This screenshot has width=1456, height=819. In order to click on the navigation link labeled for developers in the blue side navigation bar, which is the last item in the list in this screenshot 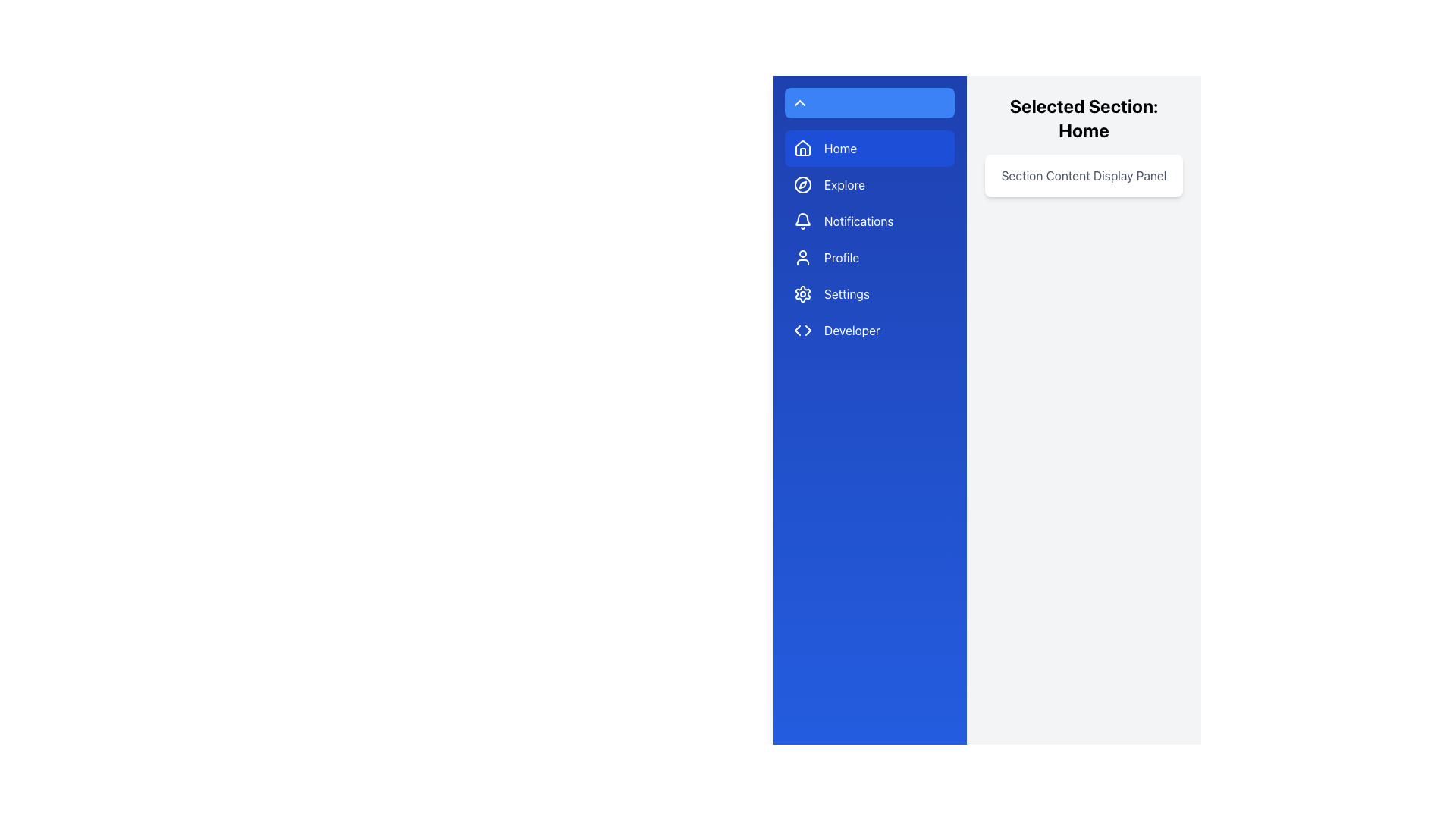, I will do `click(852, 329)`.